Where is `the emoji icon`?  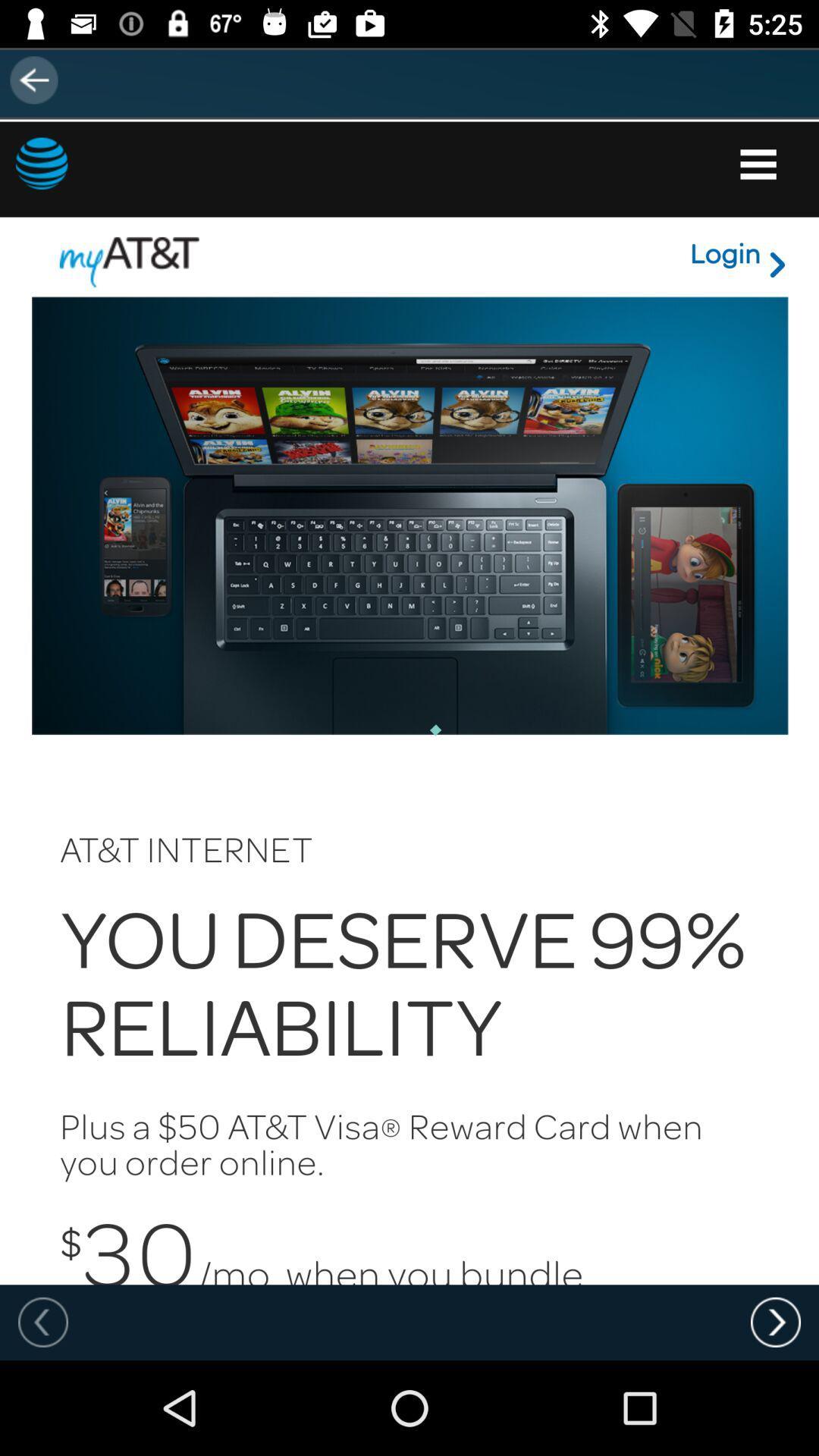 the emoji icon is located at coordinates (99, 182).